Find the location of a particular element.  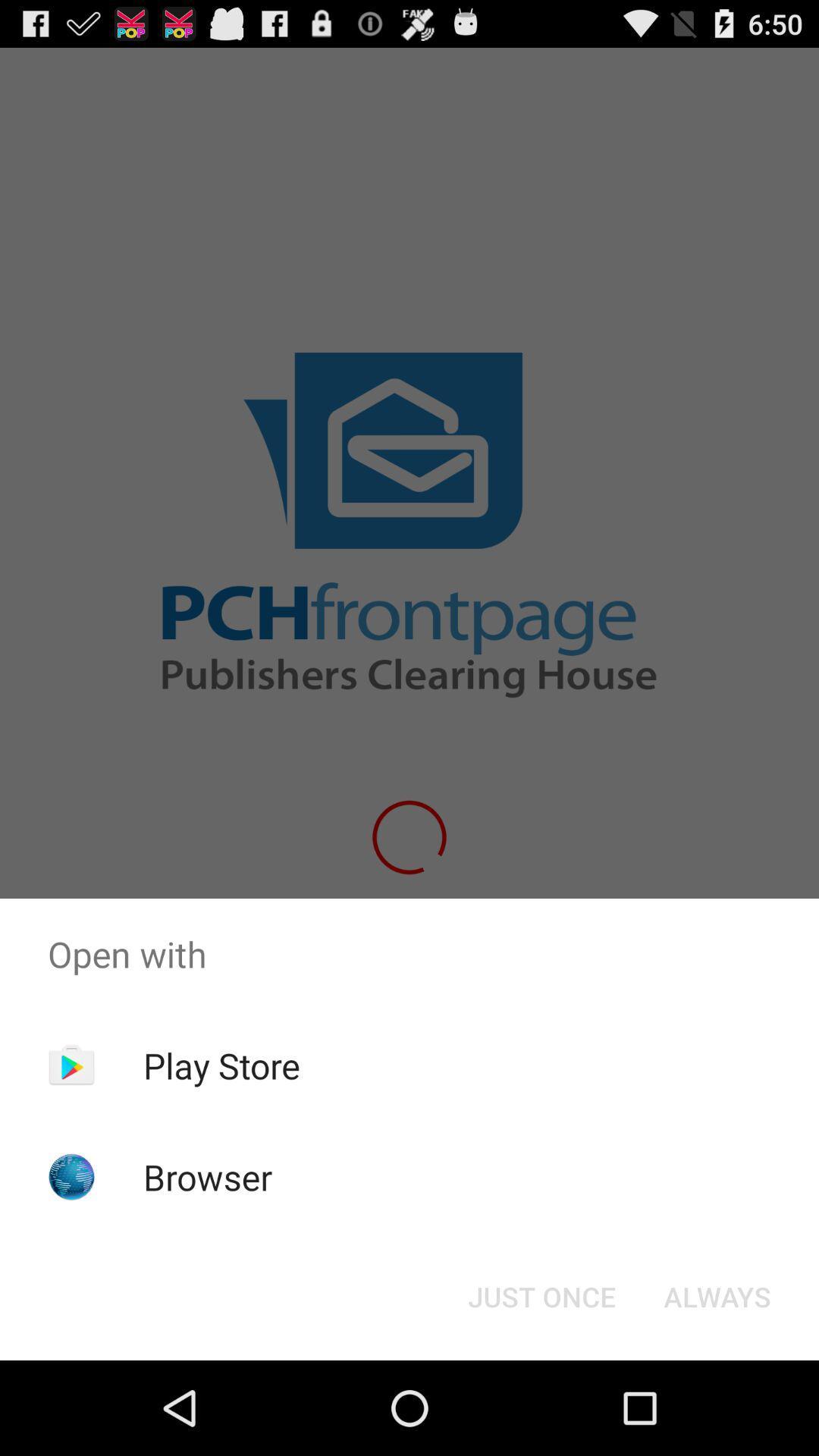

the app above the browser item is located at coordinates (221, 1065).